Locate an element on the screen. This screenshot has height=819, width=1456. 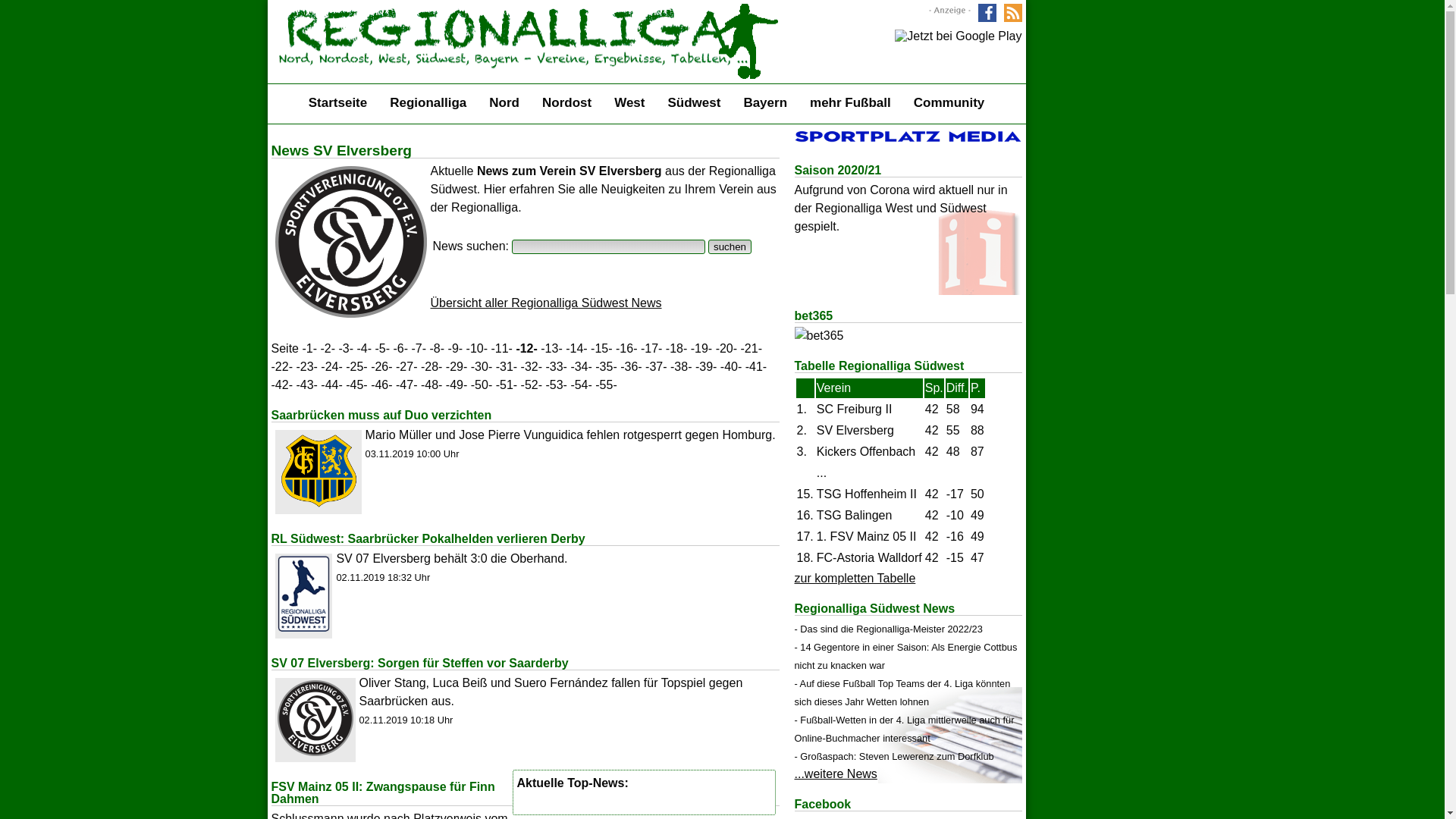
'-29-' is located at coordinates (455, 366).